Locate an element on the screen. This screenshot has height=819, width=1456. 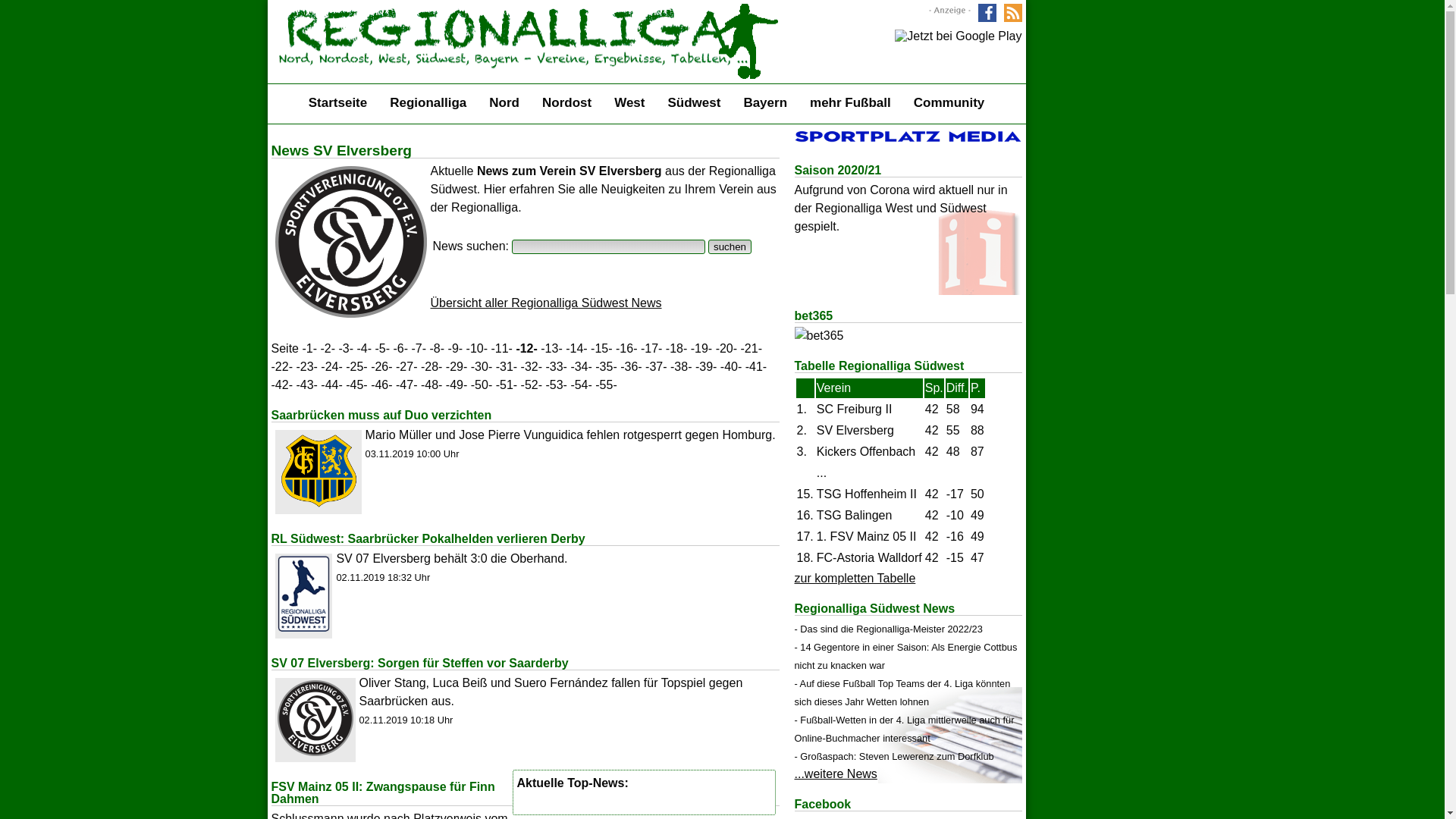
'-29-' is located at coordinates (455, 366).